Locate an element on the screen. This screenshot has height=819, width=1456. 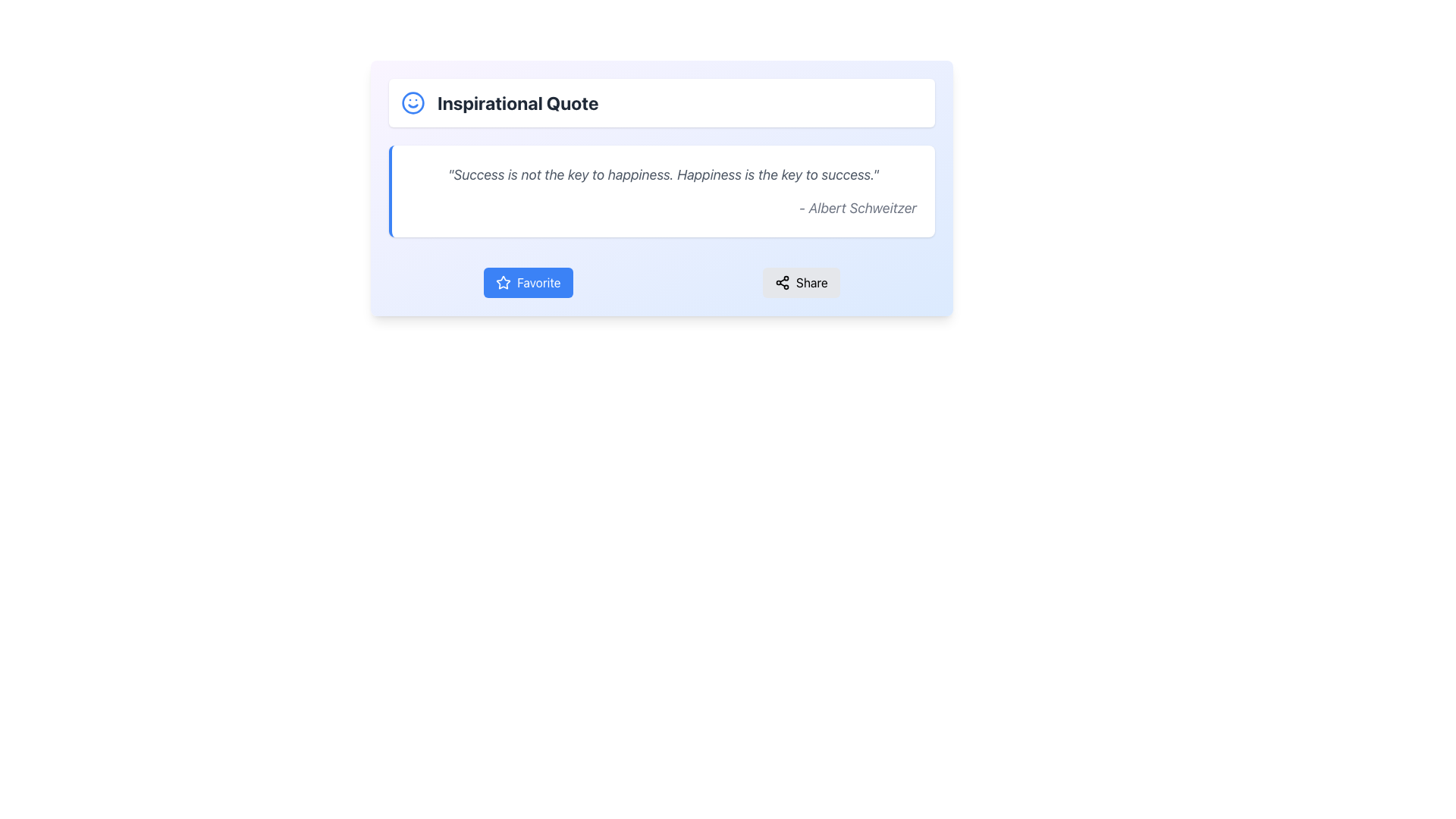
the 'Share' button which has rounded corners, a light gray background, and a black outlined share icon is located at coordinates (800, 283).